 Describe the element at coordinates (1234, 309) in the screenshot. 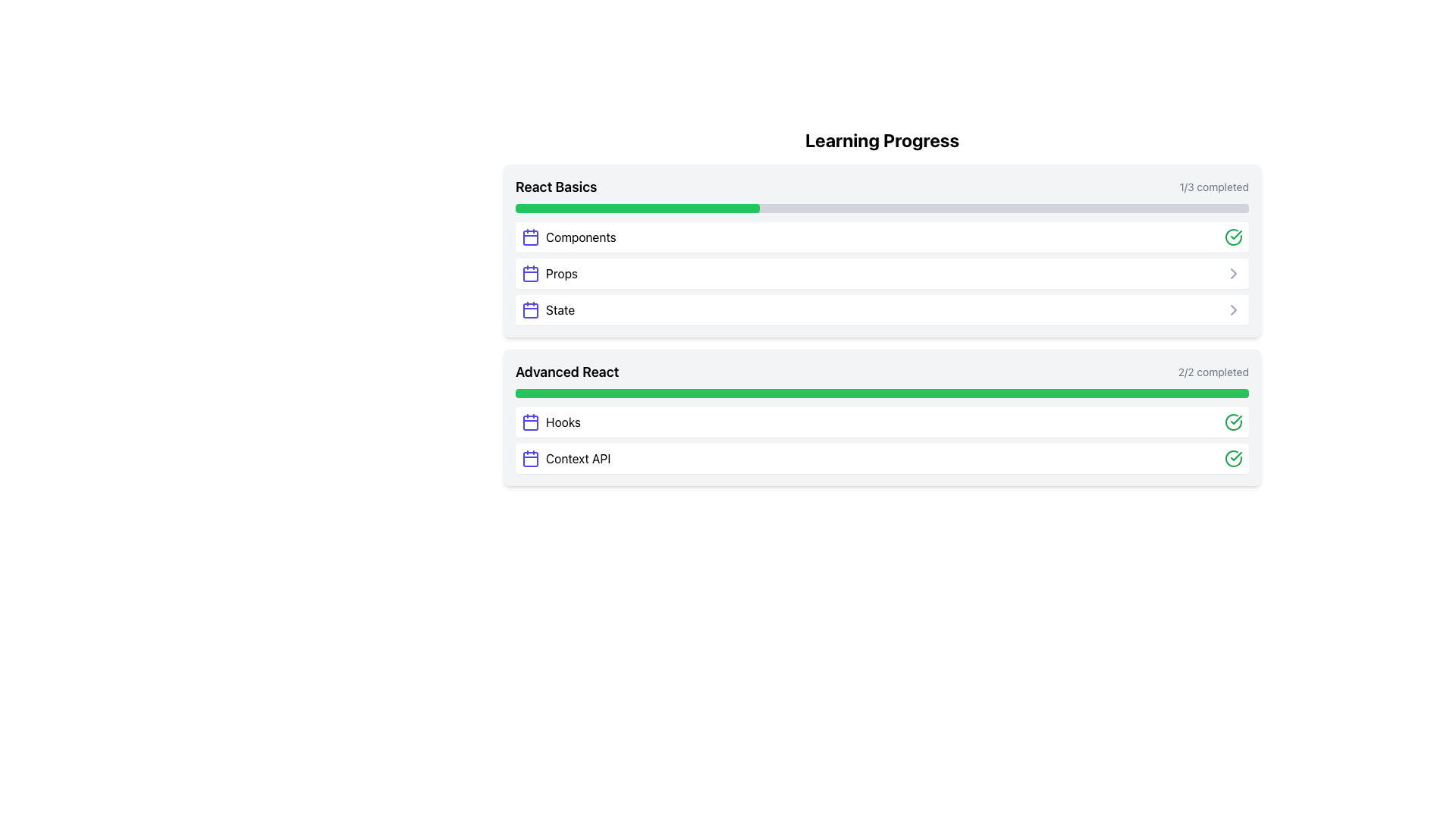

I see `the icon located to the right of the 'Props' text element in the second row under the 'React Basics' section to trigger a tooltip or highlighting effect` at that location.